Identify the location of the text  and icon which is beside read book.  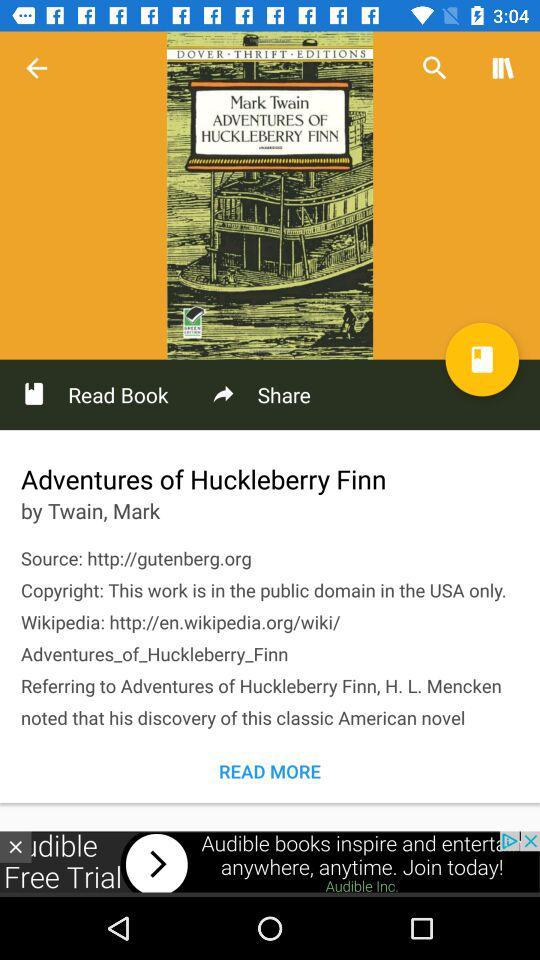
(260, 394).